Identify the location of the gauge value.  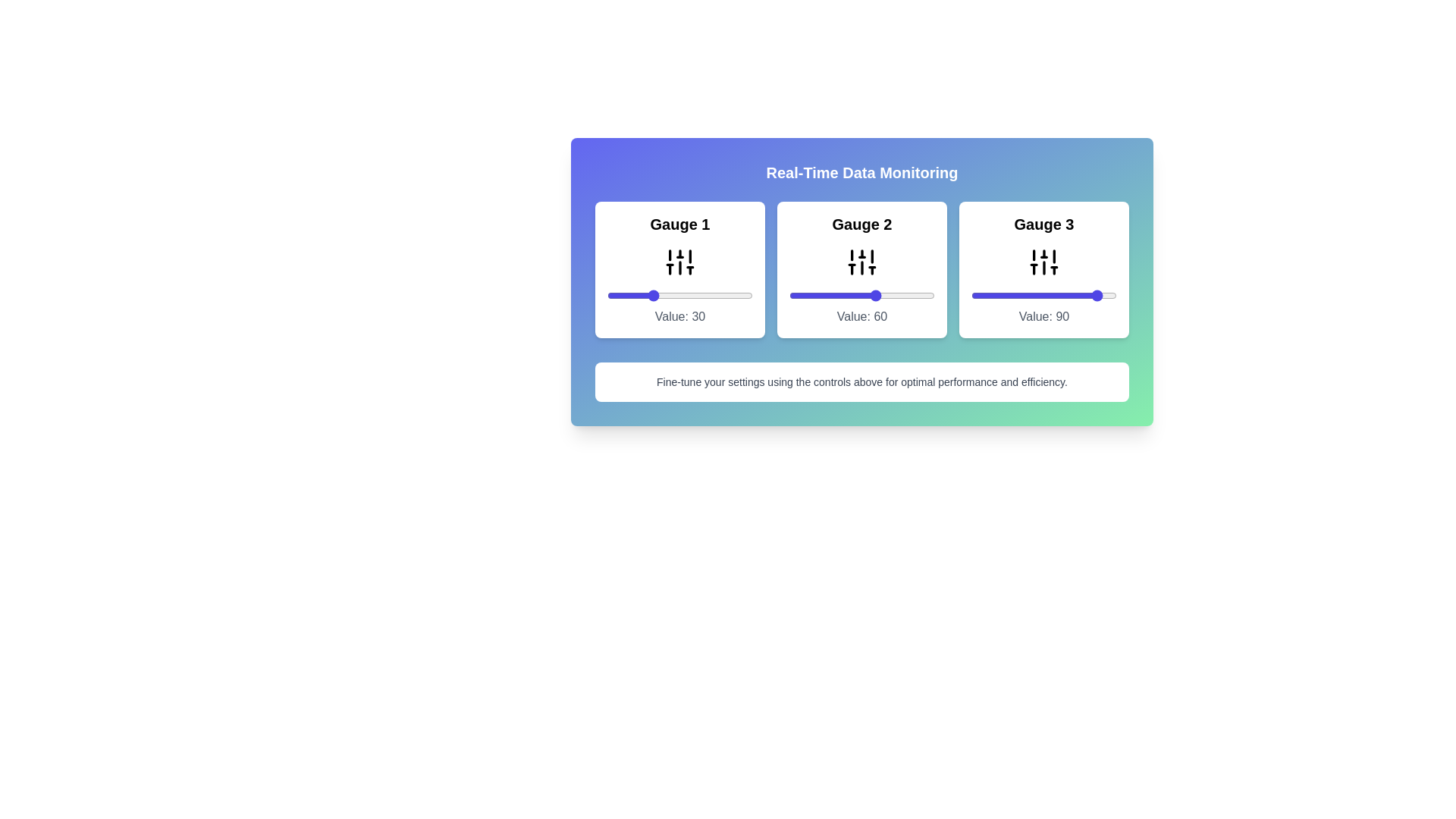
(616, 295).